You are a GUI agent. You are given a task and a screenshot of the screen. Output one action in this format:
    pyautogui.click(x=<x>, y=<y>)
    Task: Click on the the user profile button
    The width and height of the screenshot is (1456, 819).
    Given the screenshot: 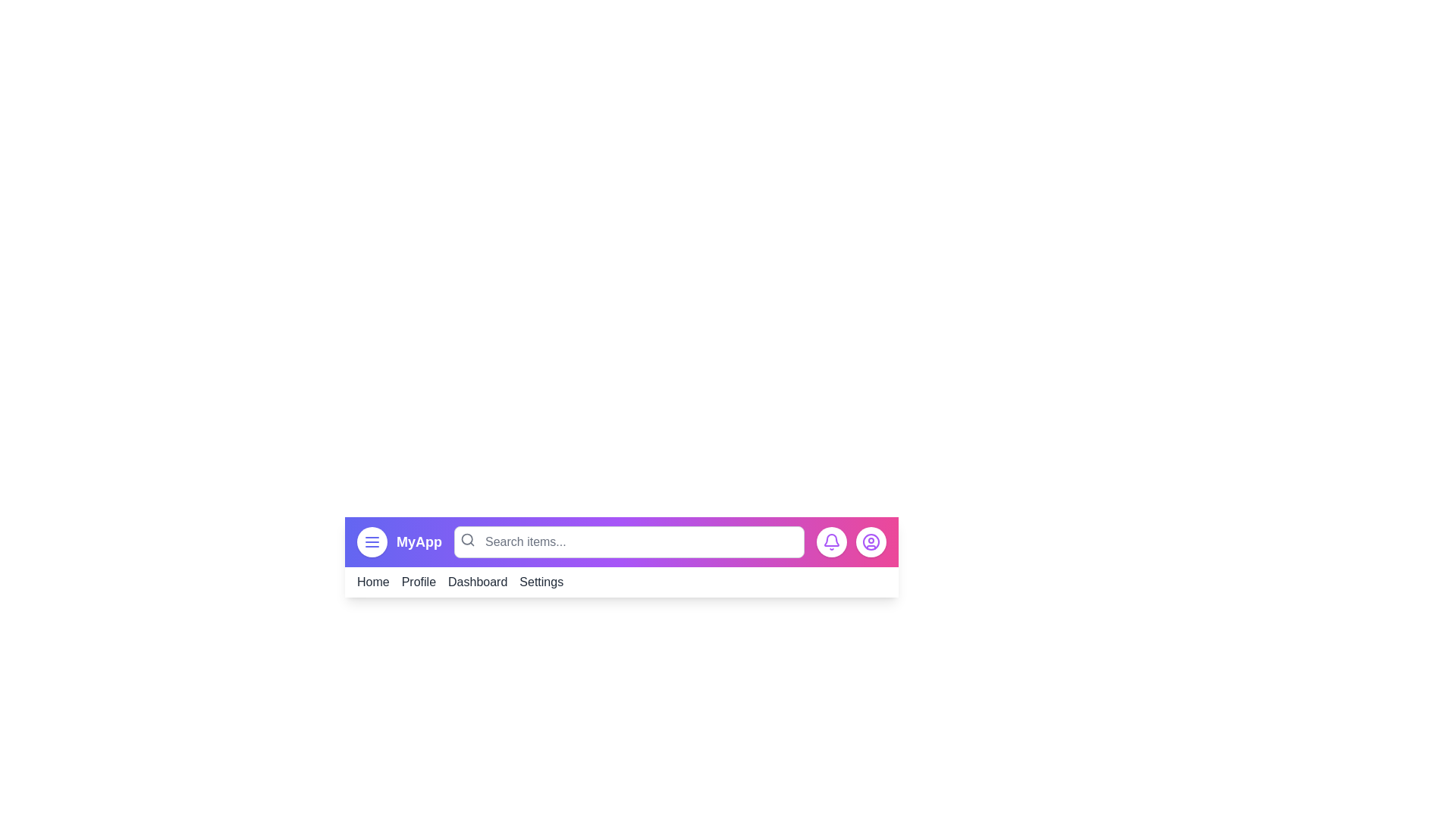 What is the action you would take?
    pyautogui.click(x=871, y=541)
    